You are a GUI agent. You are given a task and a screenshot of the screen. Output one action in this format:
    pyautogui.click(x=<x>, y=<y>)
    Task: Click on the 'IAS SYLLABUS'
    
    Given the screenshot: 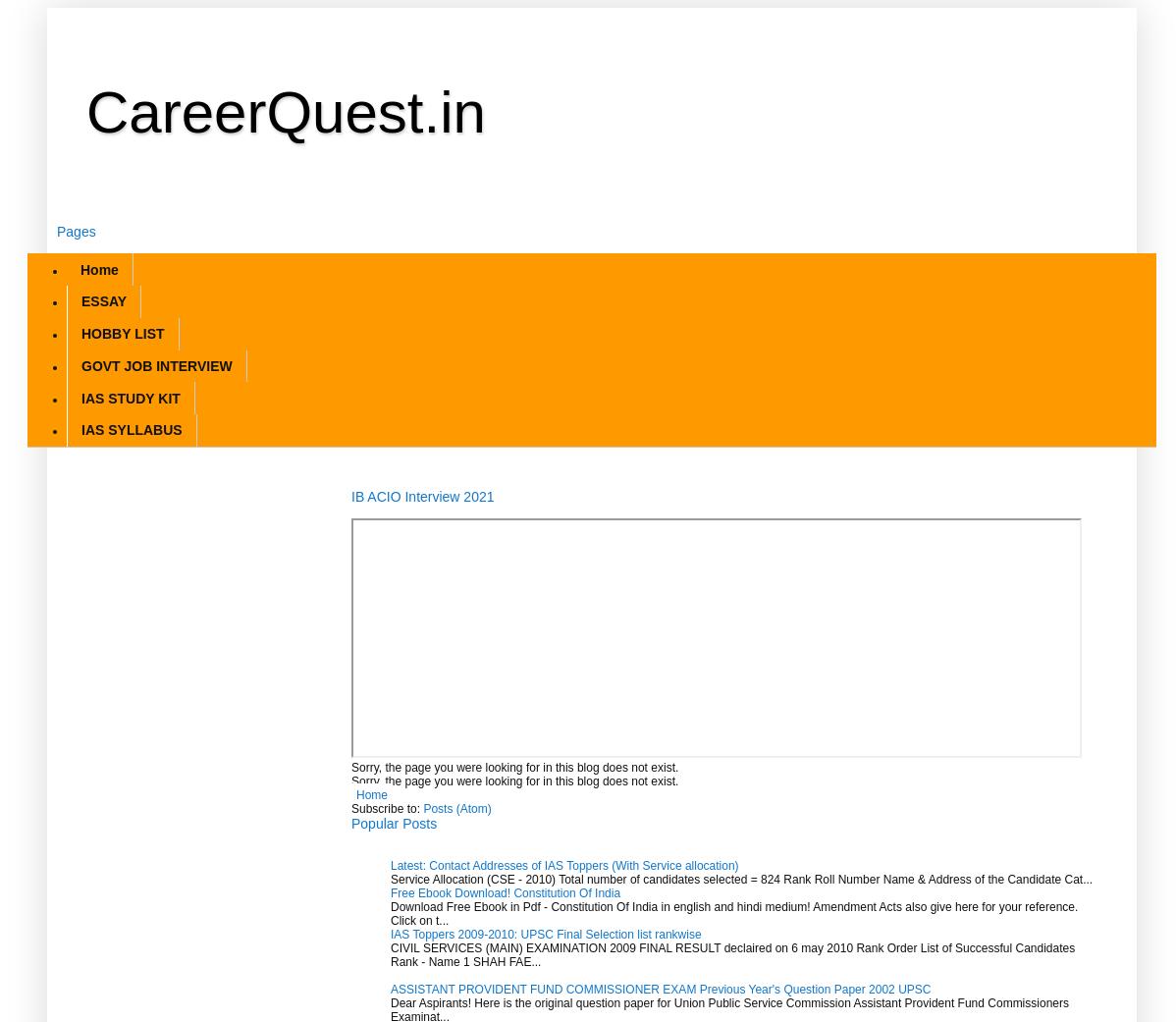 What is the action you would take?
    pyautogui.click(x=131, y=428)
    